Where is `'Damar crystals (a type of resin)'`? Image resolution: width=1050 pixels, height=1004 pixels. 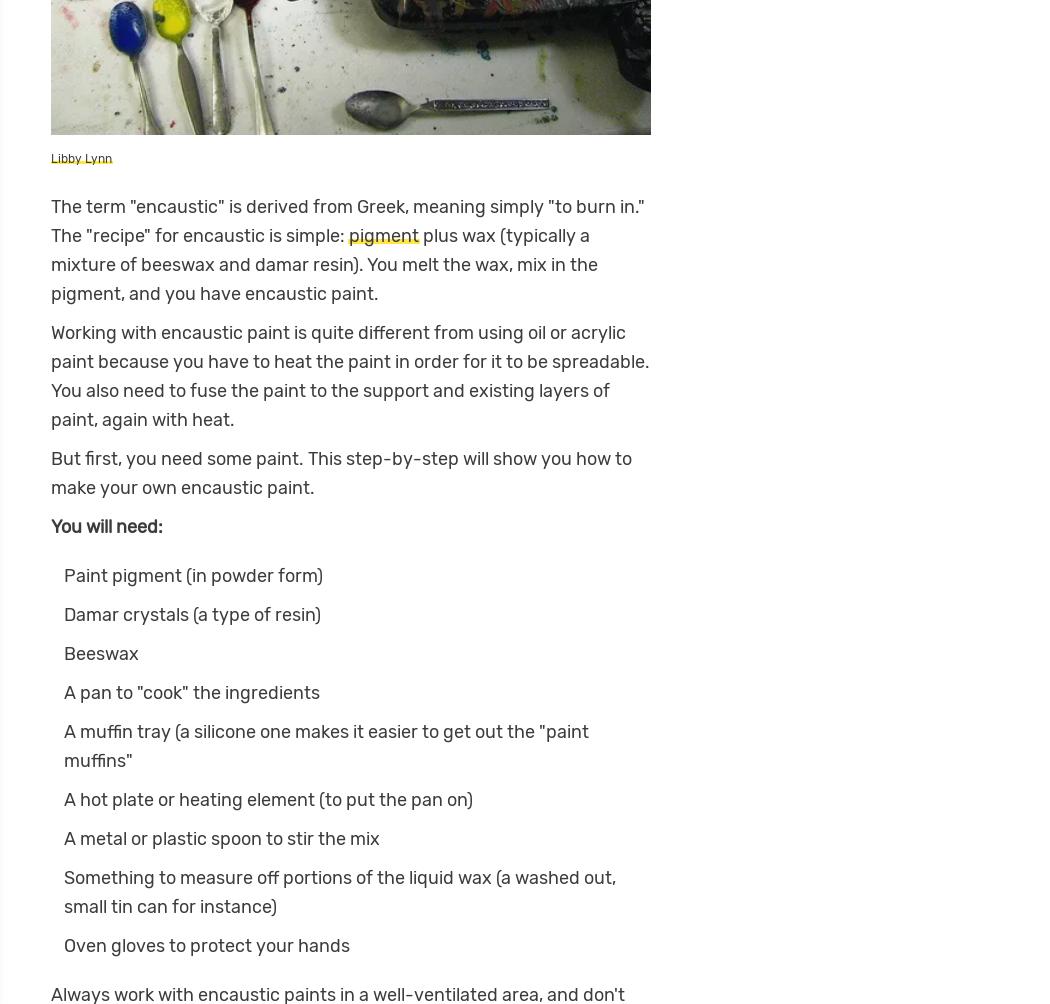 'Damar crystals (a type of resin)' is located at coordinates (190, 614).